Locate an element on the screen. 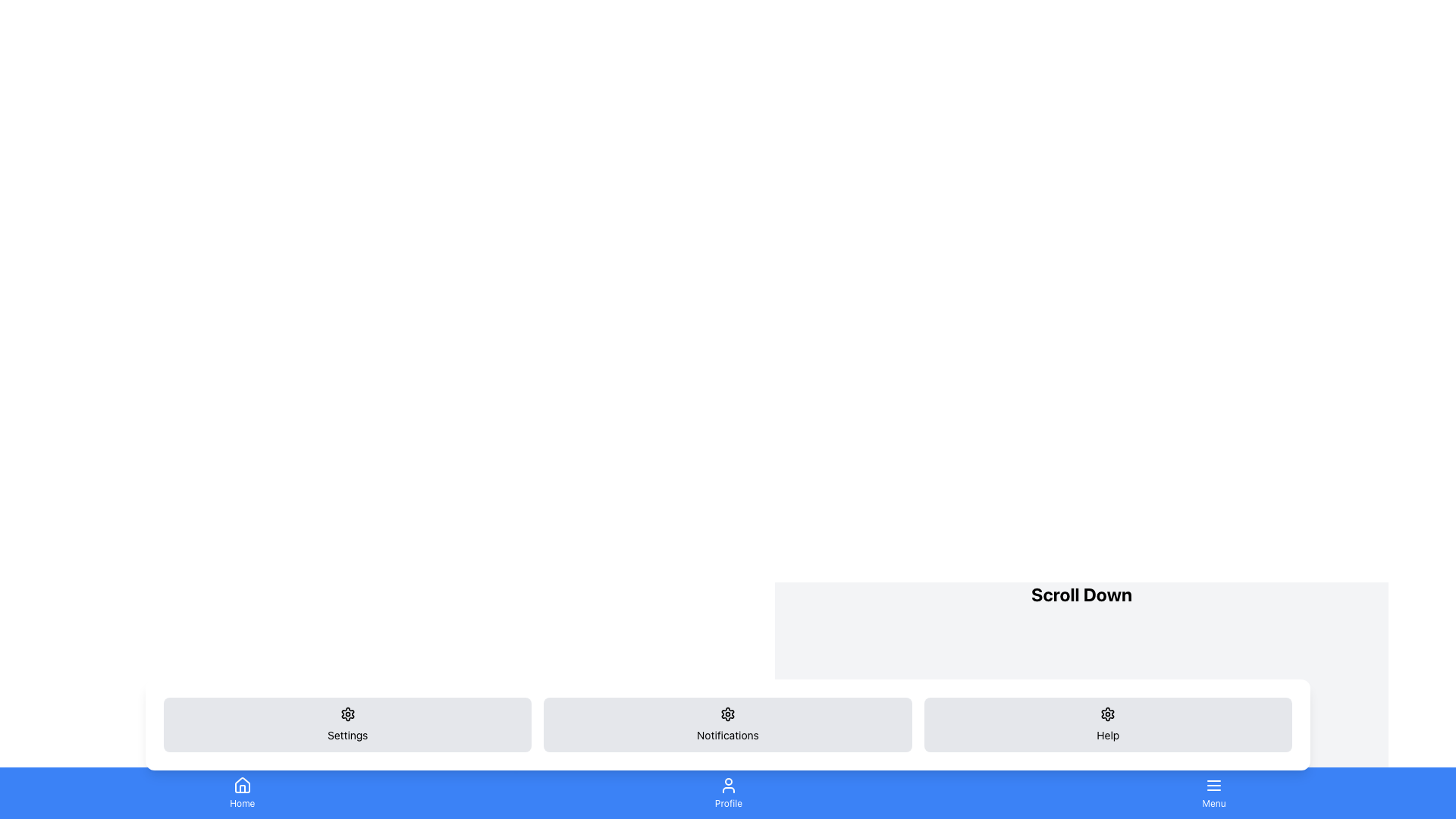  the menu icon located in the bottom navigation bar is located at coordinates (1214, 785).